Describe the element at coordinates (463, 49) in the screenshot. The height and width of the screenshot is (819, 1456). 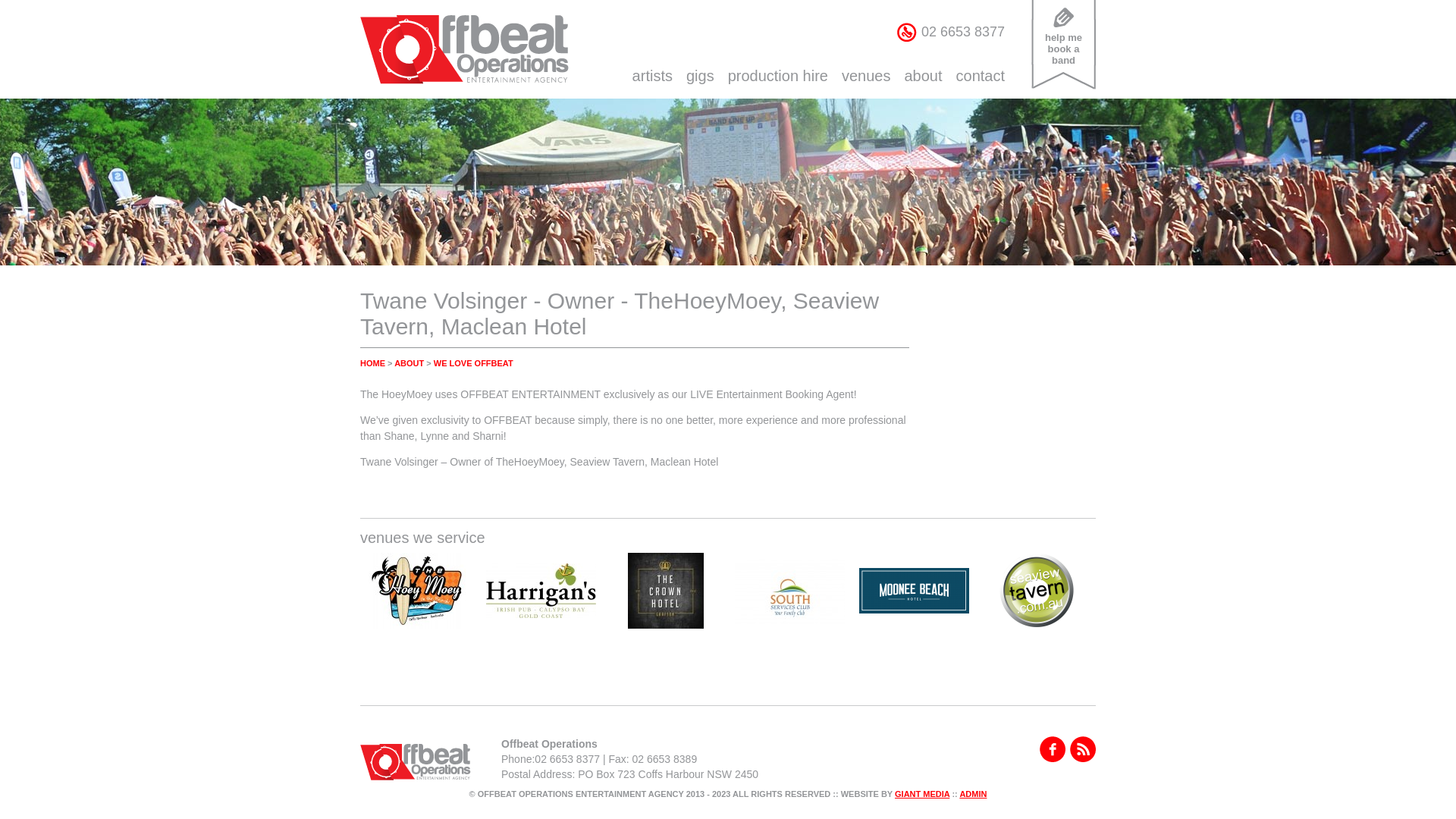
I see `'Offbeat Operations Entertainment Agency'` at that location.